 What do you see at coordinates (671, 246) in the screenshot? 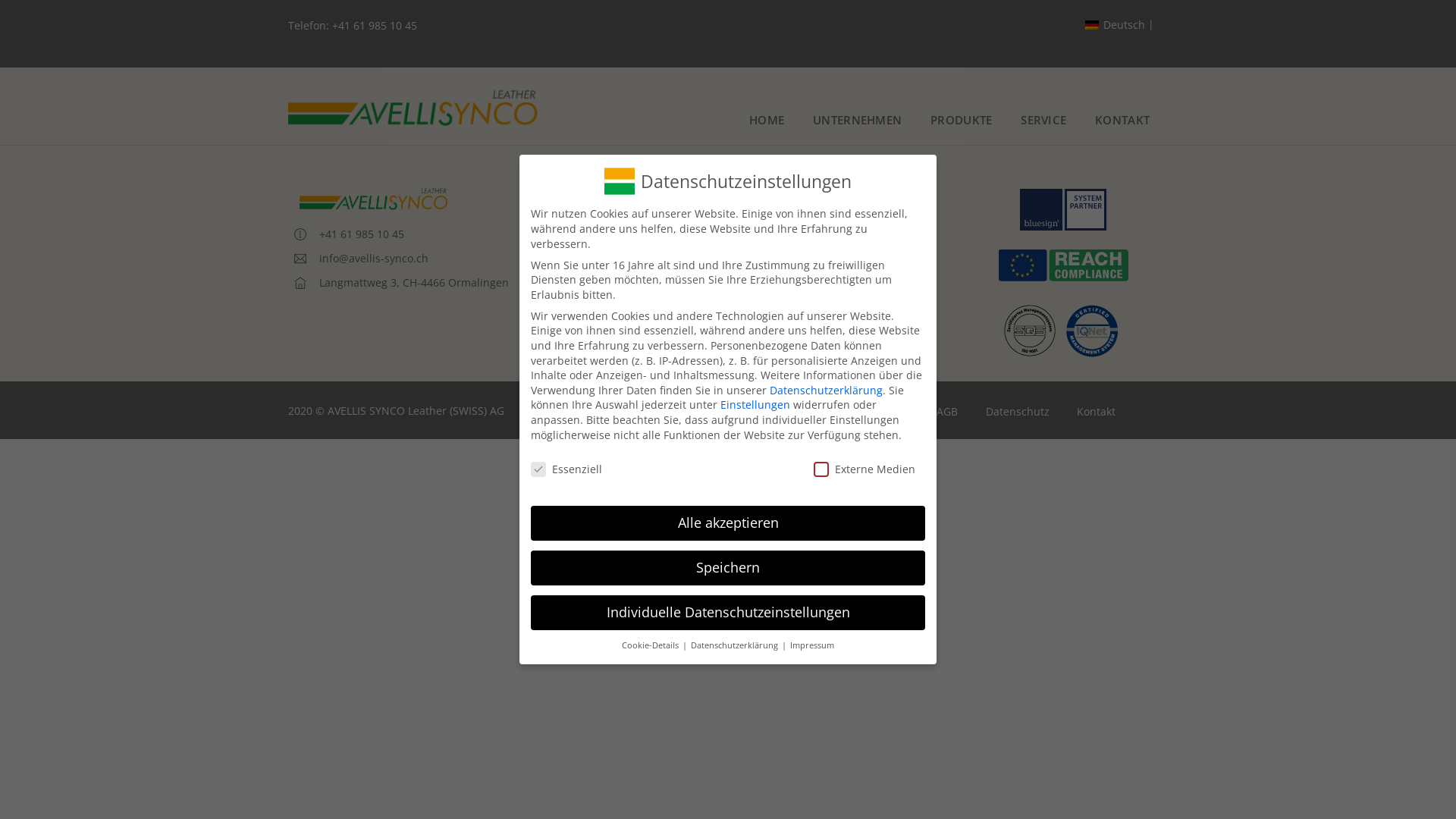
I see `'Jobs und Karriere'` at bounding box center [671, 246].